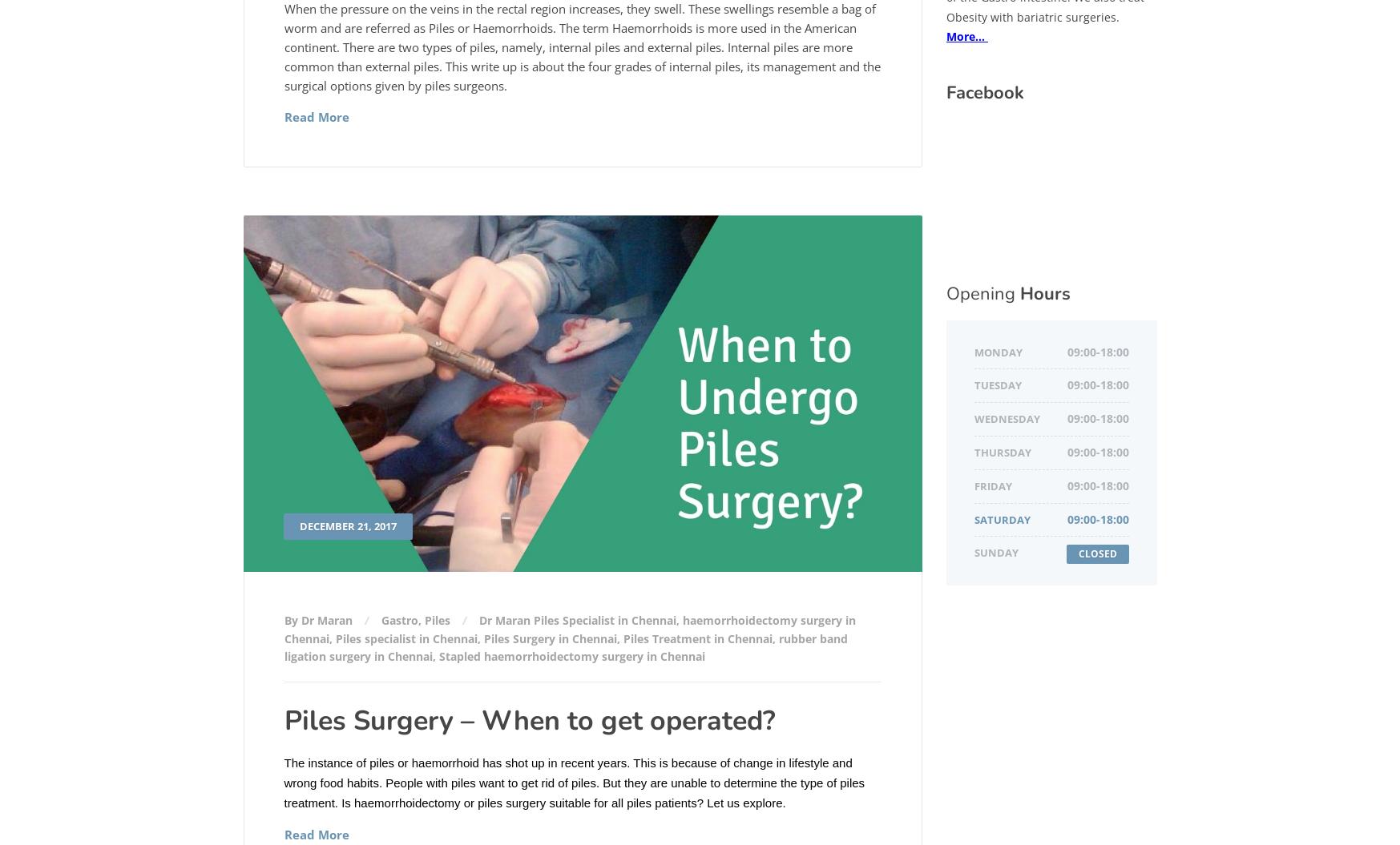  What do you see at coordinates (528, 720) in the screenshot?
I see `'Piles Surgery – When to get operated?'` at bounding box center [528, 720].